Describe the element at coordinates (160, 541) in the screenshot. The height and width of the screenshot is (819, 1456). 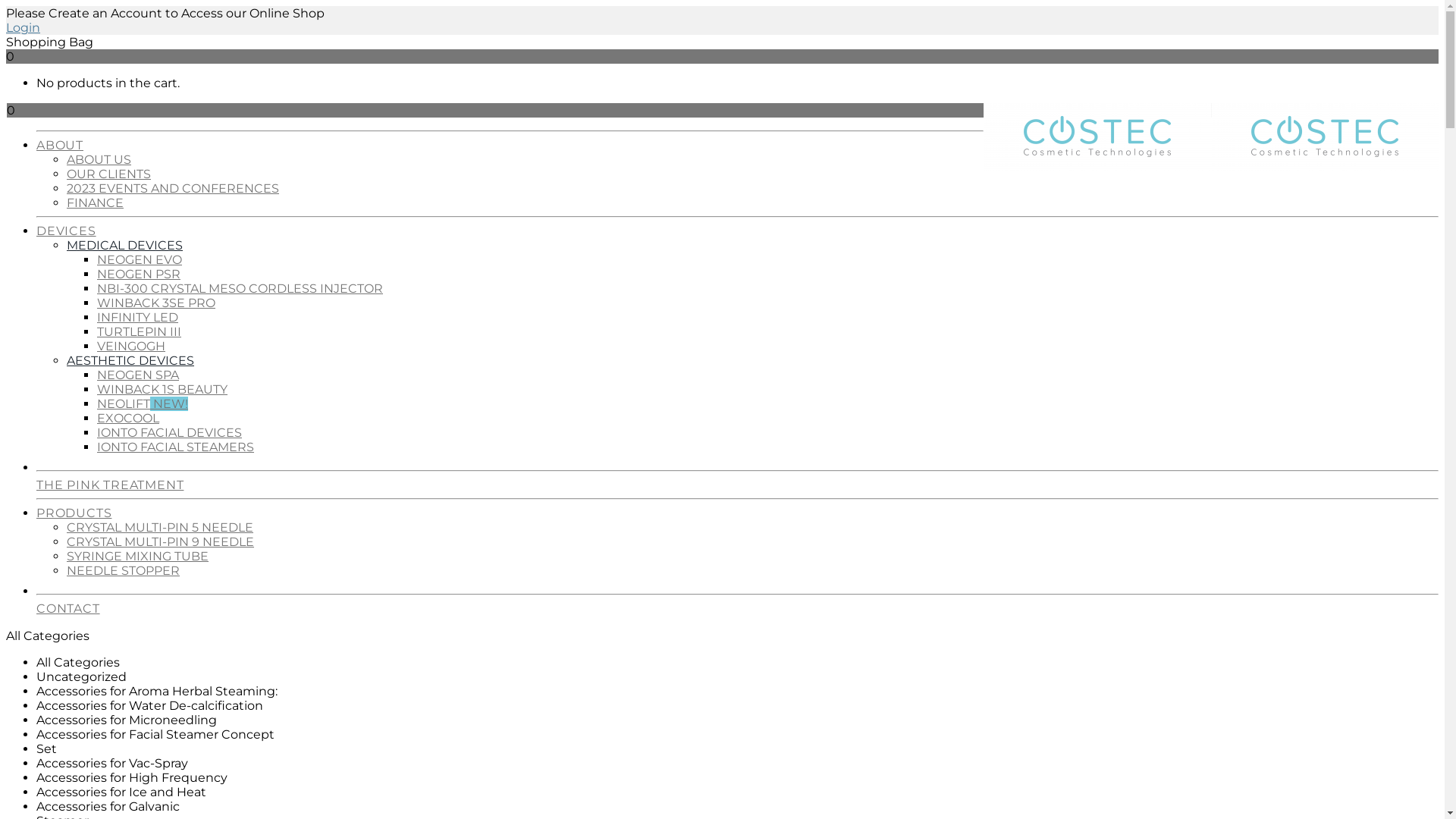
I see `'CRYSTAL MULTI-PIN 9 NEEDLE'` at that location.